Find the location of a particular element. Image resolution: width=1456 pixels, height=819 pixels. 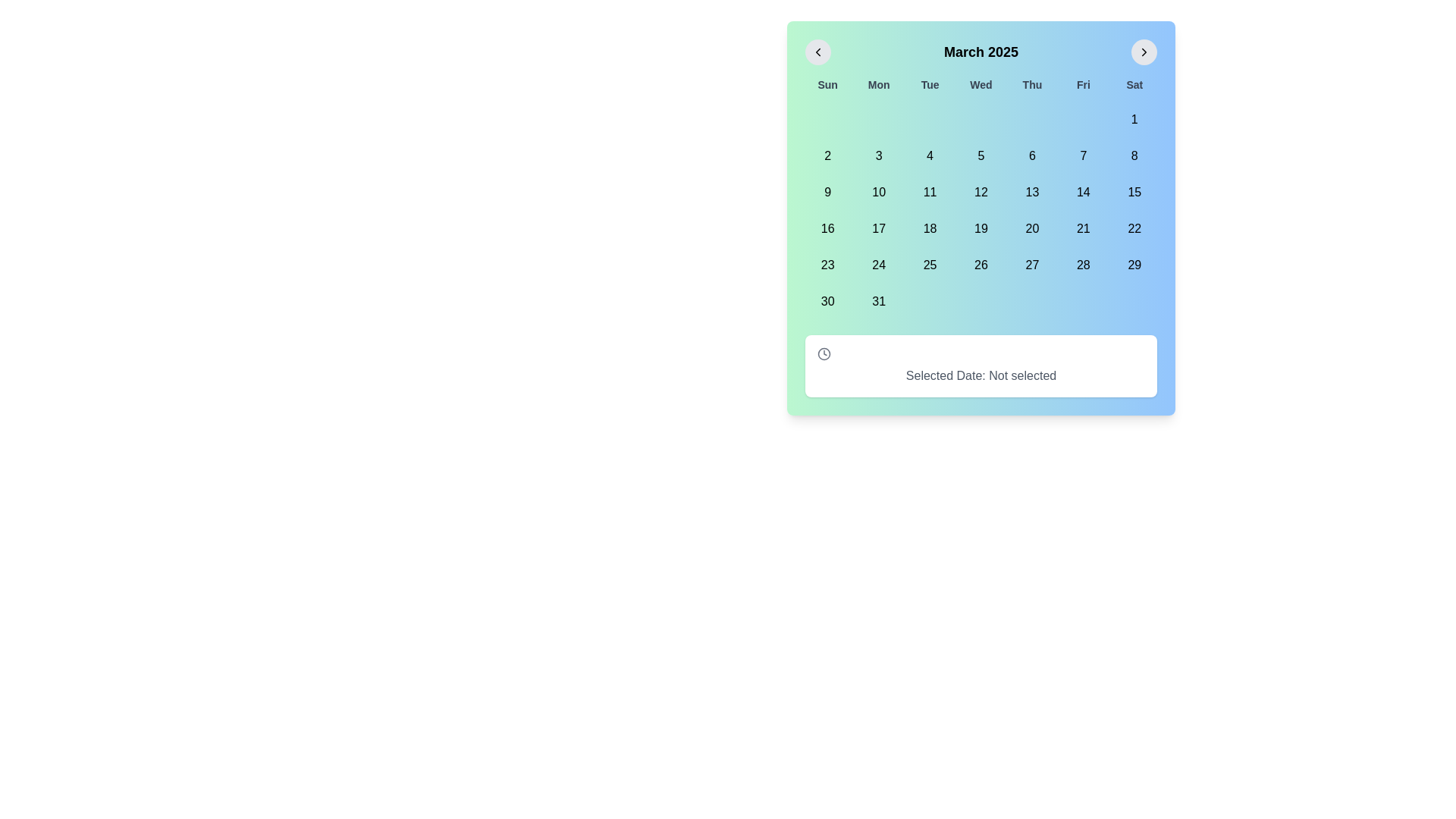

the weekday labels, which serve as a header row indicating the days of the week for the calendar dates, located directly below the title 'March 2025' is located at coordinates (981, 84).